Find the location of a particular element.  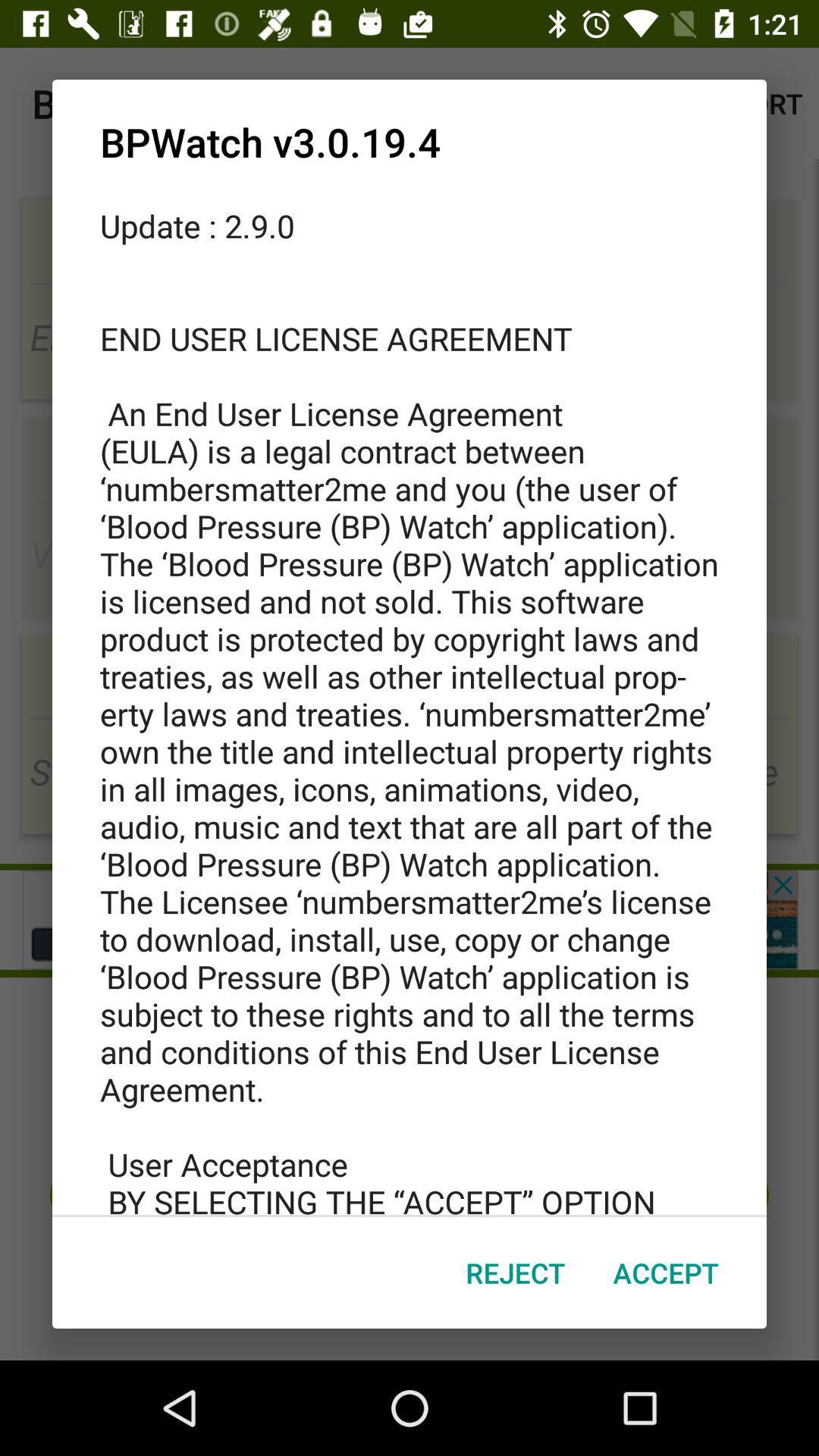

the icon at the bottom is located at coordinates (514, 1272).